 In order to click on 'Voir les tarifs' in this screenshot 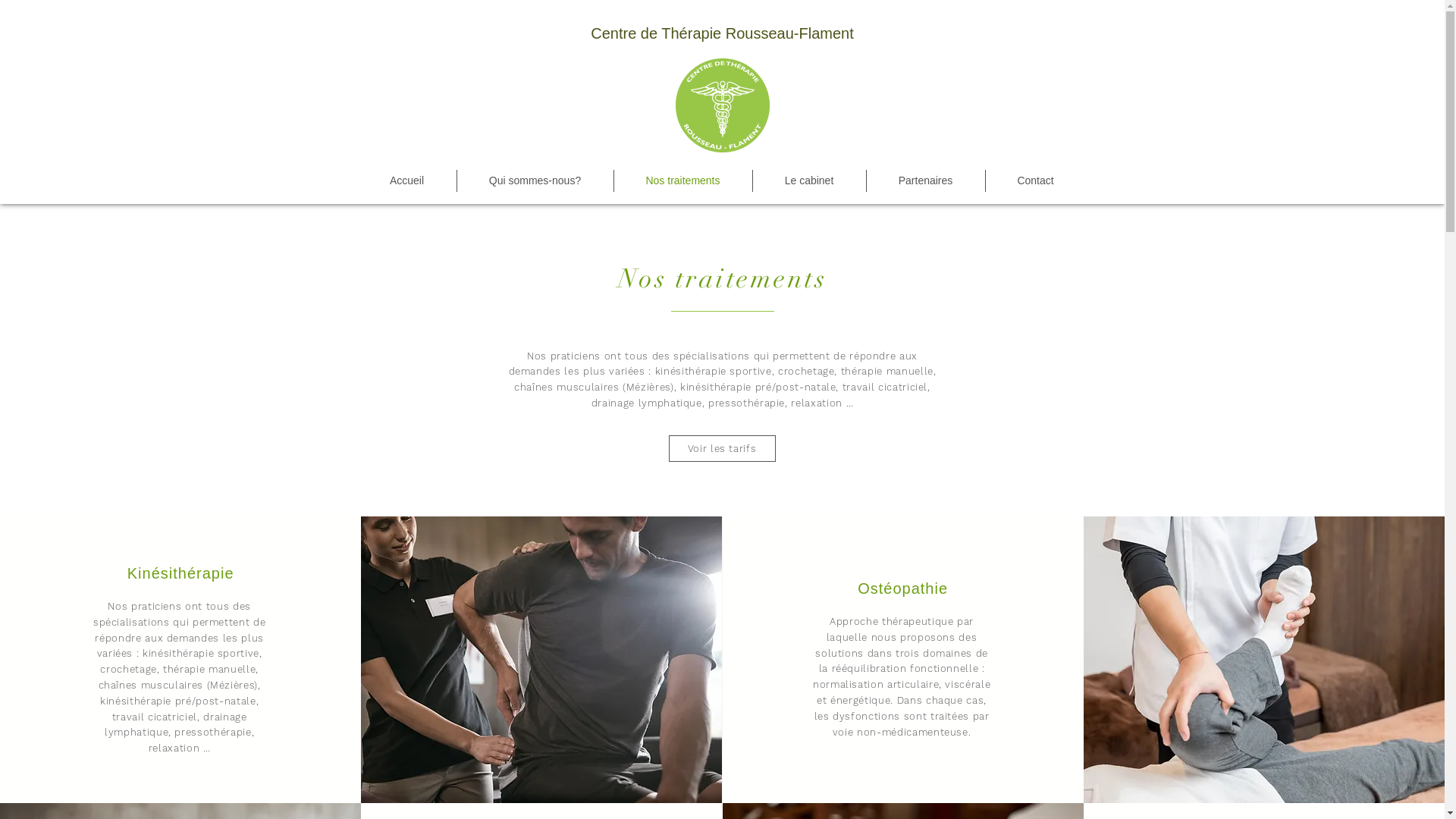, I will do `click(721, 447)`.